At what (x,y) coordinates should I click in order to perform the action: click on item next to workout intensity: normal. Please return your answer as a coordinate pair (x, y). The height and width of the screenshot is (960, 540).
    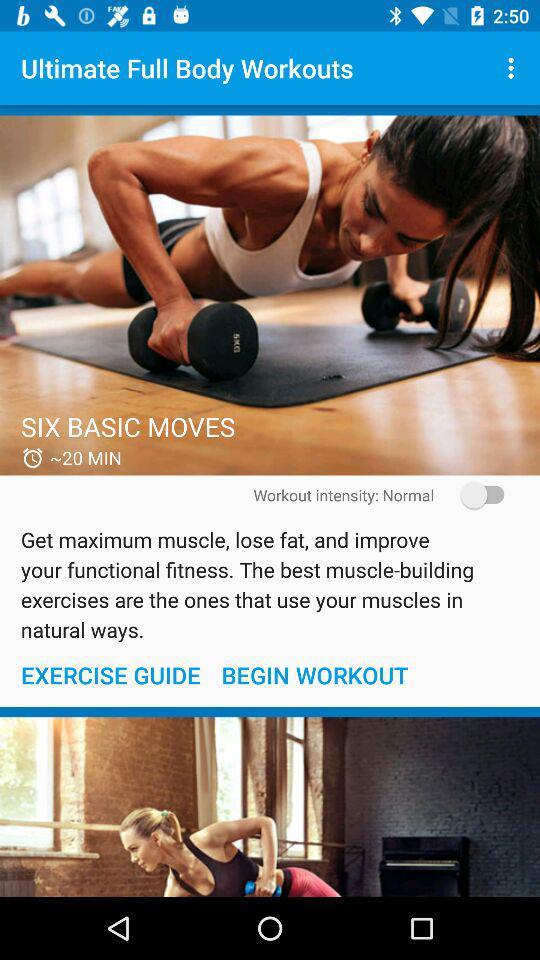
    Looking at the image, I should click on (475, 494).